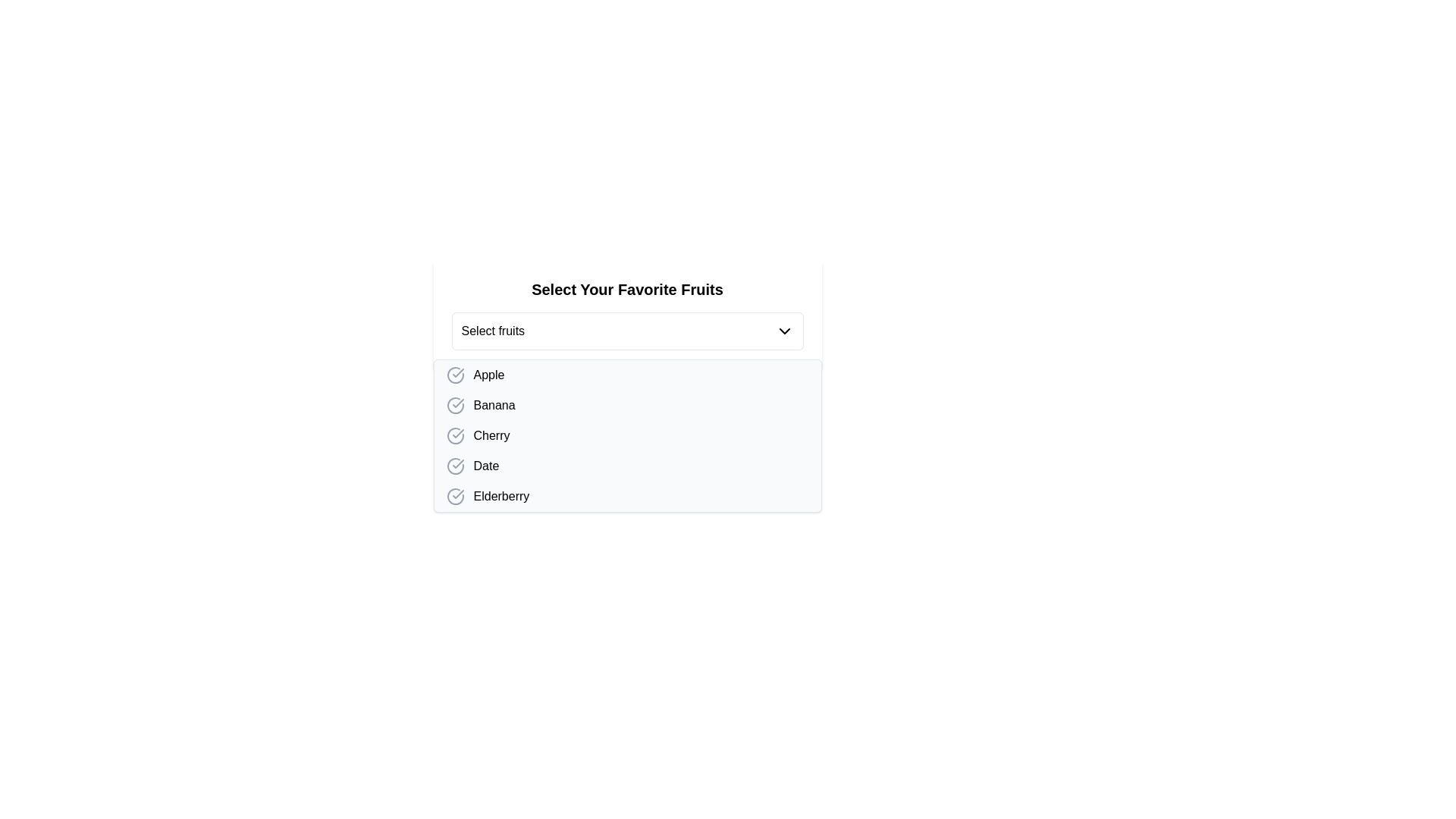  What do you see at coordinates (627, 314) in the screenshot?
I see `the dropdown selection labeled 'Select fruits' in the Dropdown Selection Card titled 'Select Your Favorite Fruits'` at bounding box center [627, 314].